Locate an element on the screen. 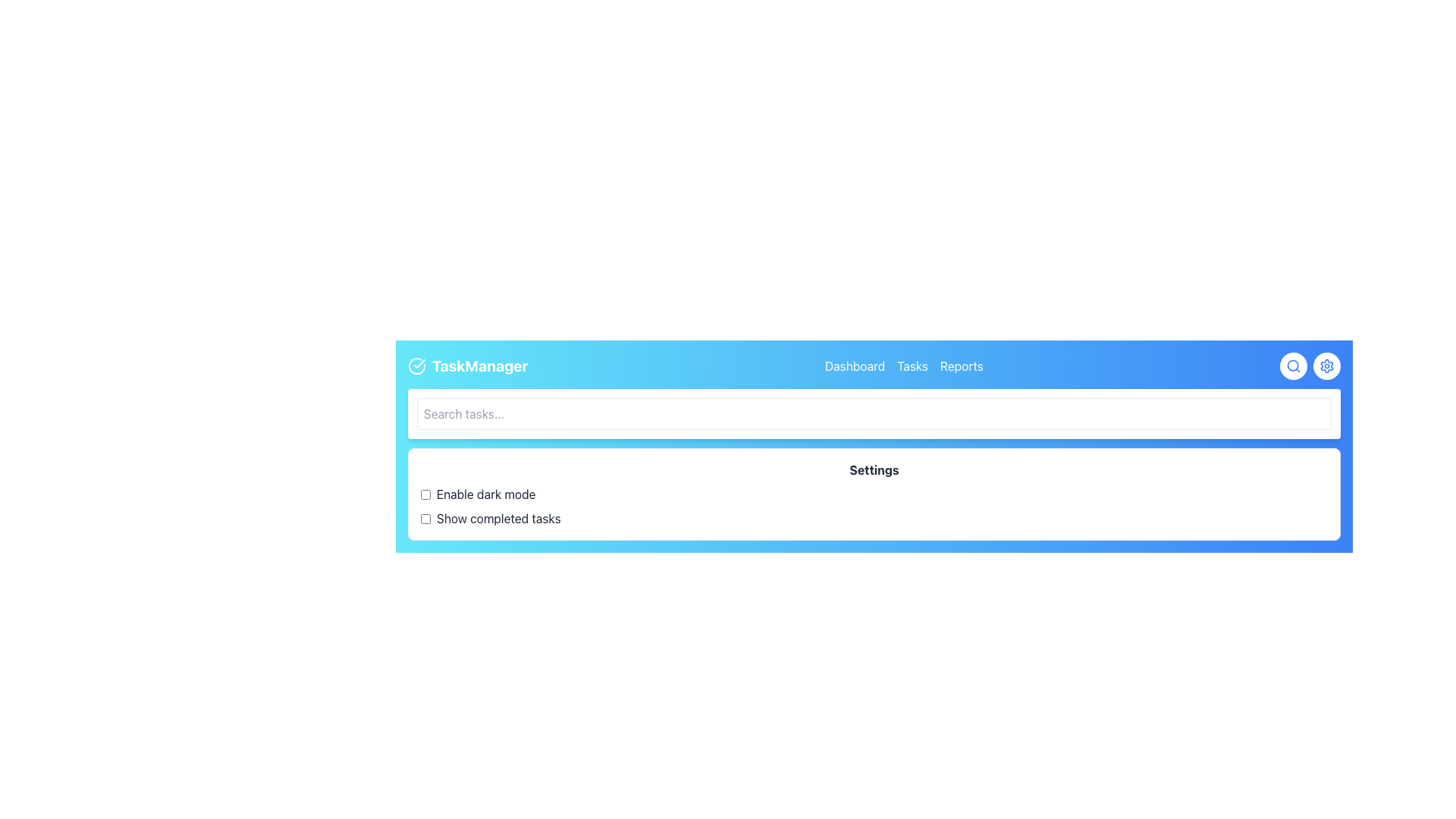 This screenshot has width=1456, height=819. the search icon, which is a magnifying glass located in the upper blue header bar is located at coordinates (1292, 366).